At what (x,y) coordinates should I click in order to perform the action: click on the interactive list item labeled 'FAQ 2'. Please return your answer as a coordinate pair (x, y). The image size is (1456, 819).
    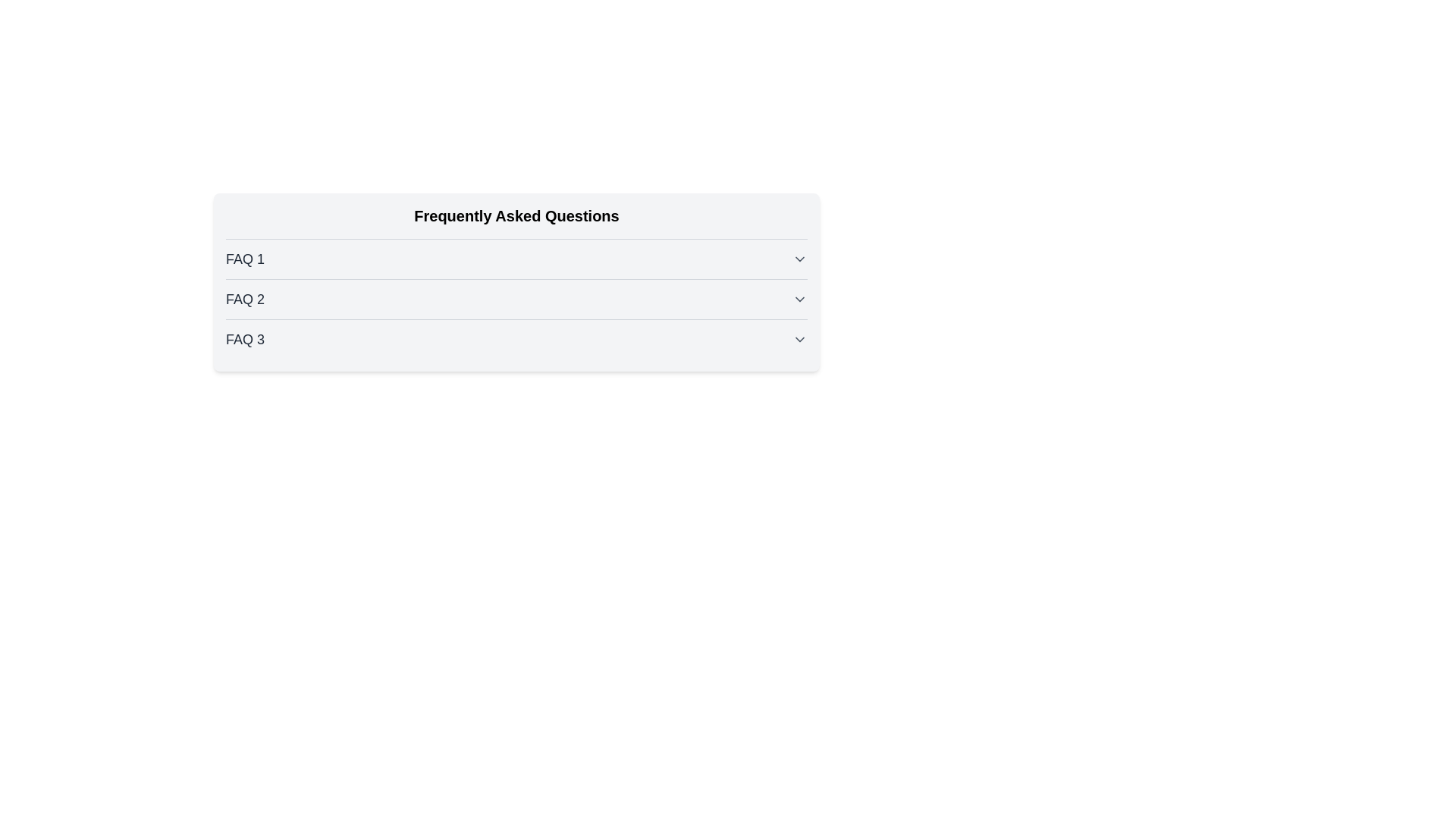
    Looking at the image, I should click on (516, 294).